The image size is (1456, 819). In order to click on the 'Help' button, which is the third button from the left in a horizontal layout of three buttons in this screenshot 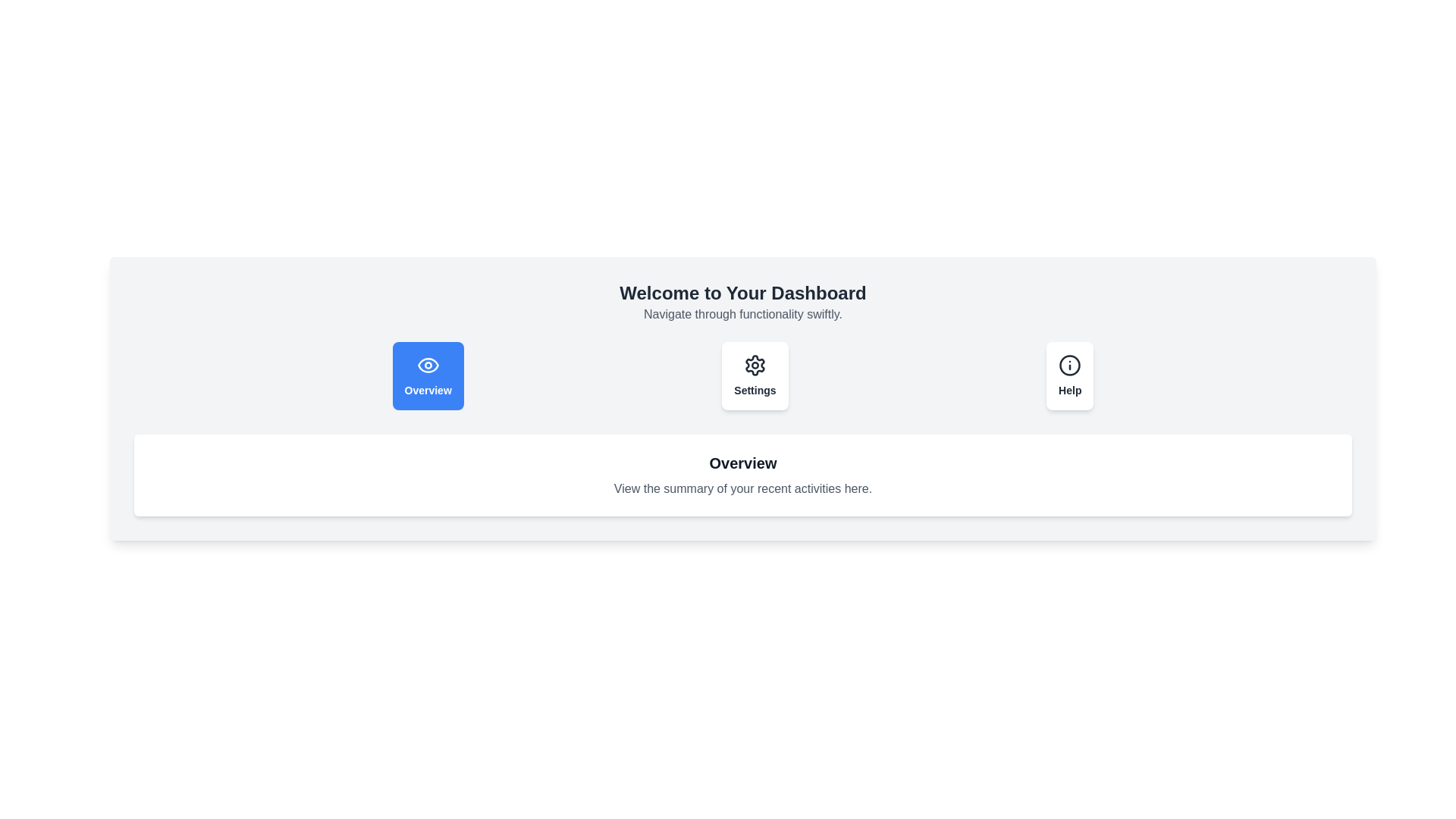, I will do `click(1069, 375)`.